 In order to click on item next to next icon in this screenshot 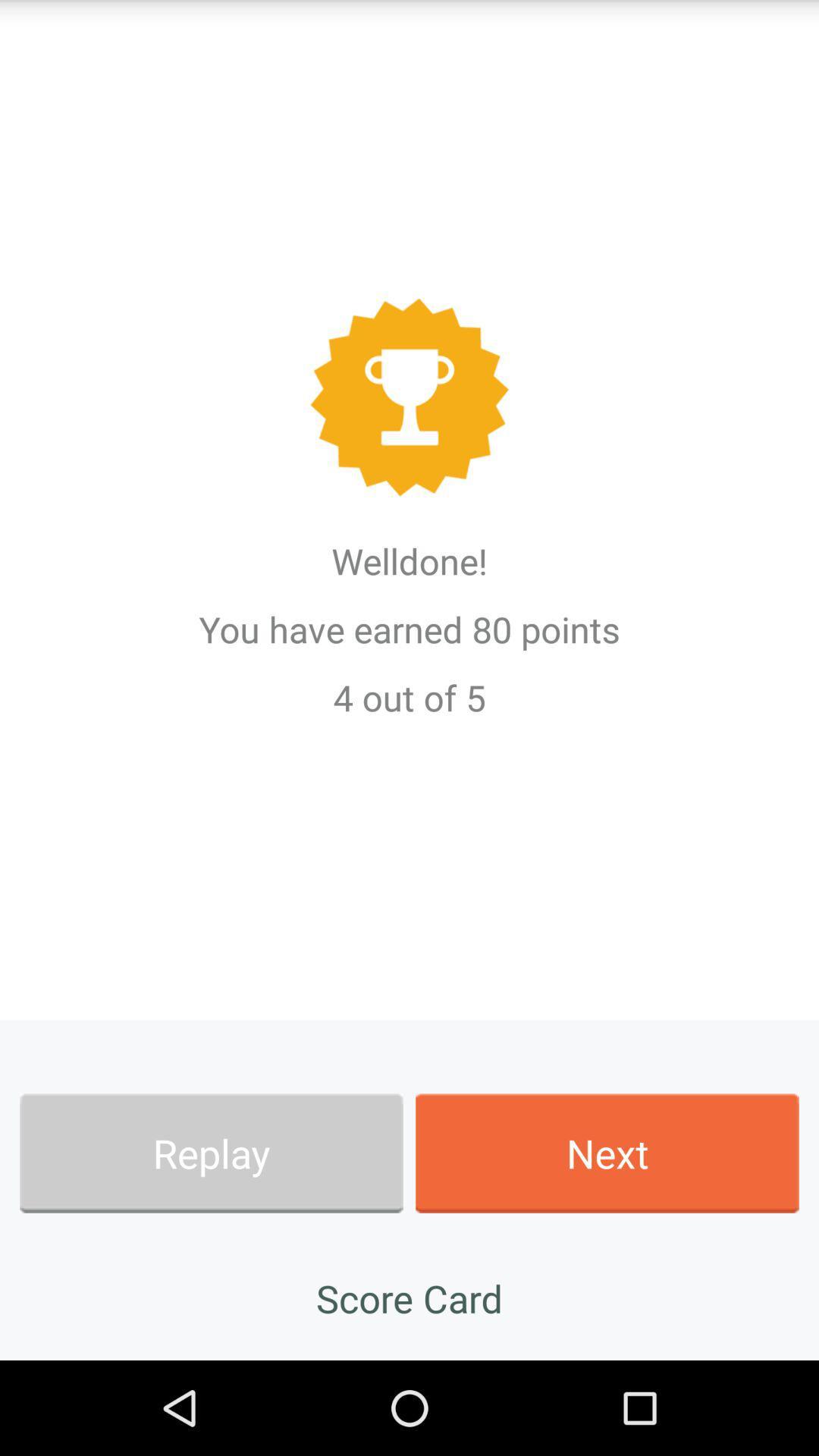, I will do `click(211, 1153)`.